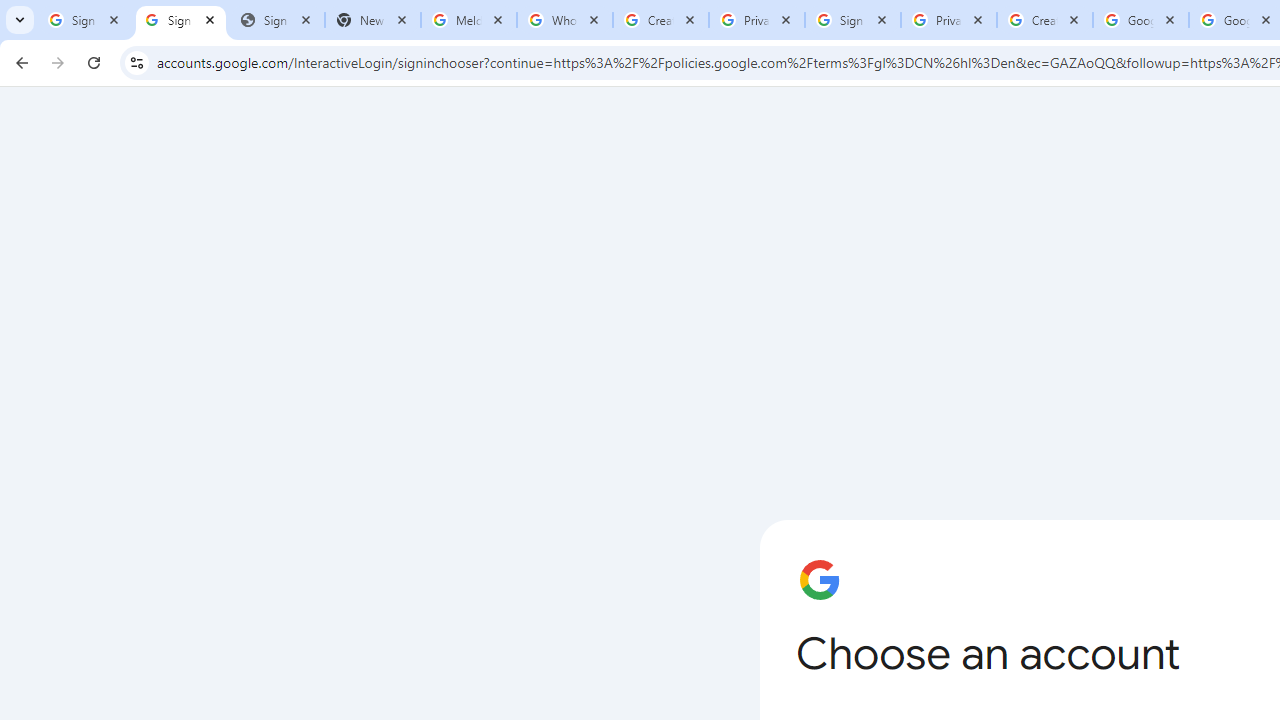 This screenshot has height=720, width=1280. What do you see at coordinates (276, 20) in the screenshot?
I see `'Sign In - USA TODAY'` at bounding box center [276, 20].